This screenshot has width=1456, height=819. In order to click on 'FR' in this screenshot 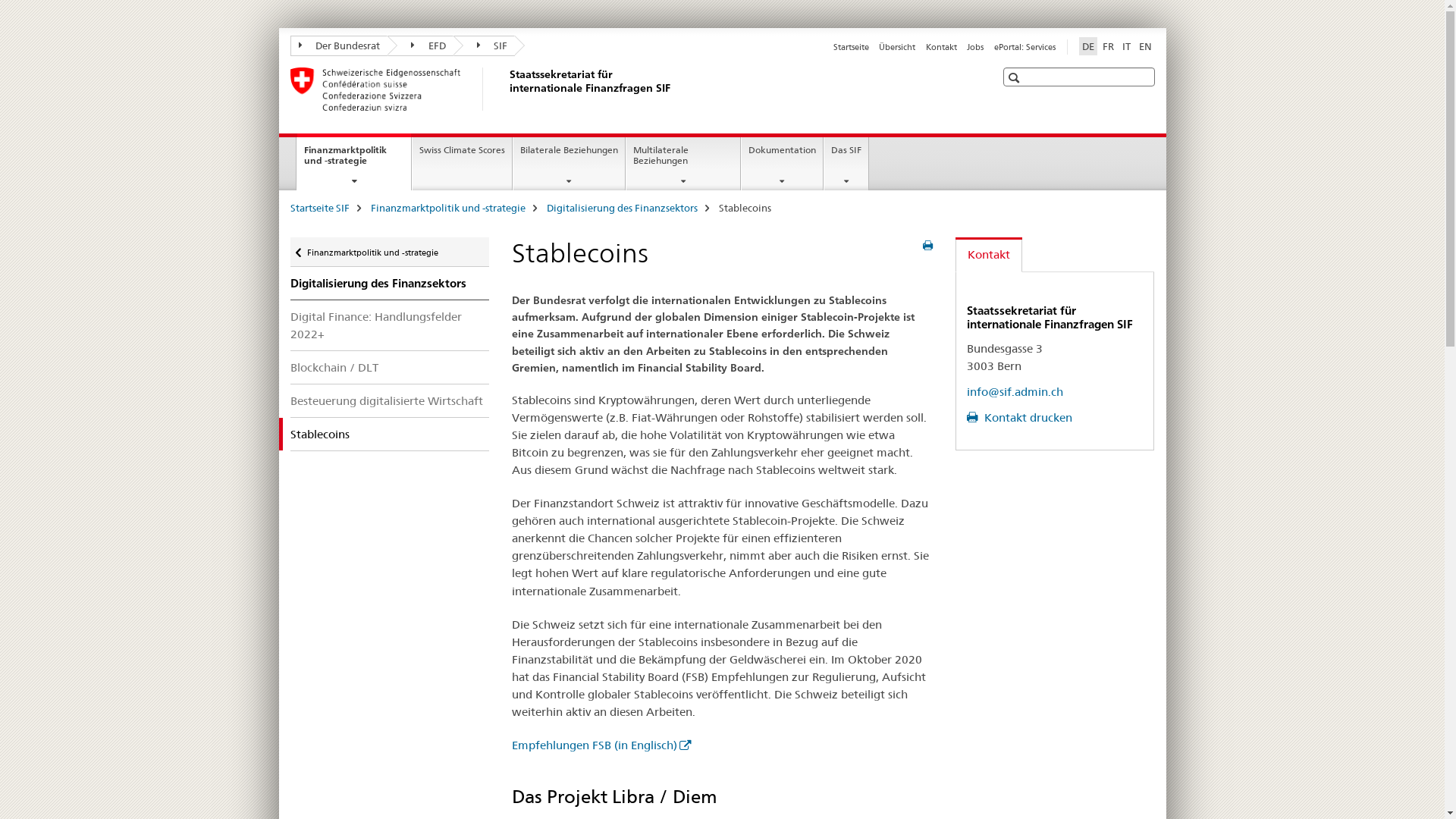, I will do `click(1108, 45)`.